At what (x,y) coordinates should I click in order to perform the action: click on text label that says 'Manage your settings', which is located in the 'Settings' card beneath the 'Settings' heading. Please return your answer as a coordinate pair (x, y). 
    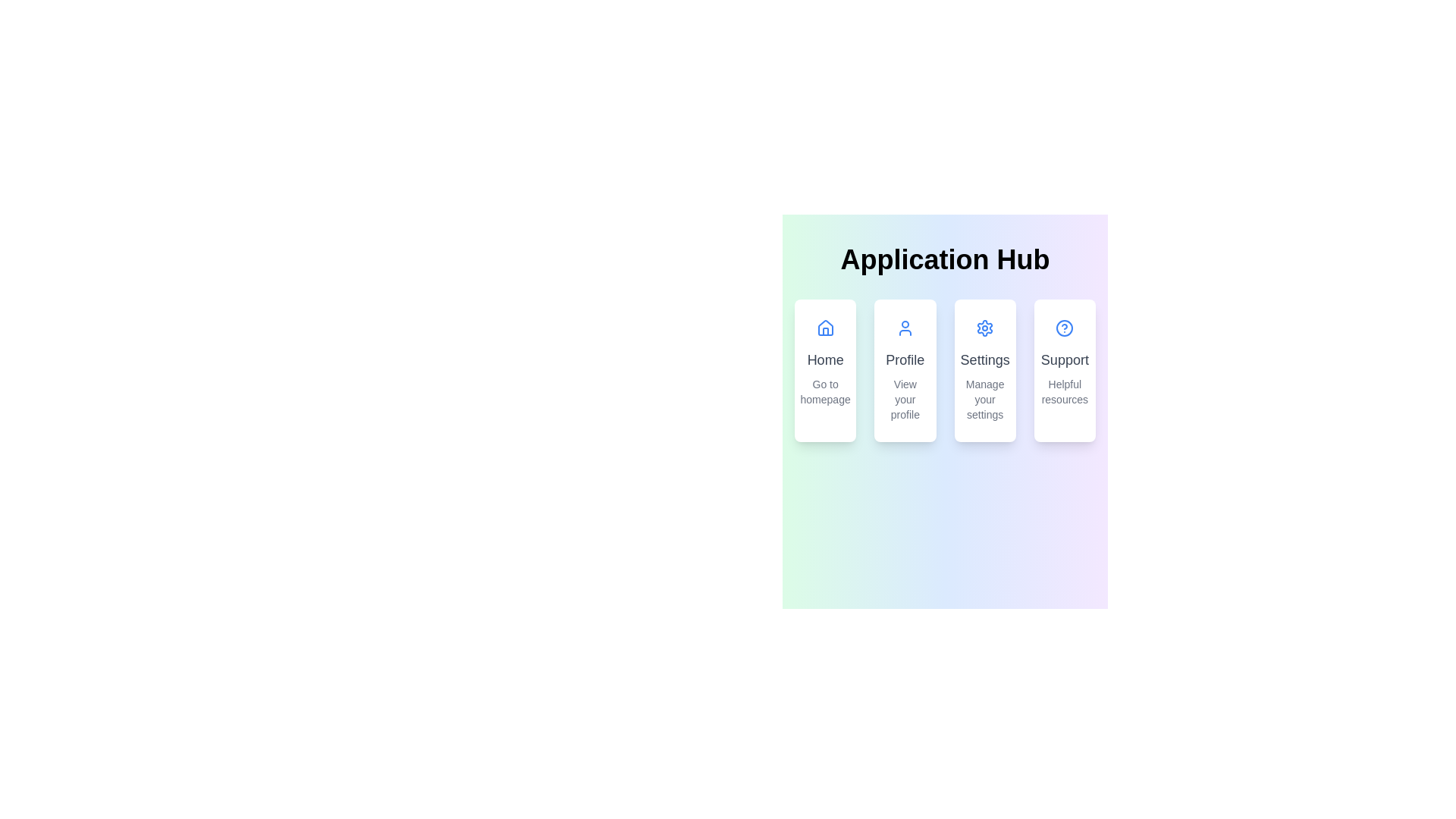
    Looking at the image, I should click on (985, 399).